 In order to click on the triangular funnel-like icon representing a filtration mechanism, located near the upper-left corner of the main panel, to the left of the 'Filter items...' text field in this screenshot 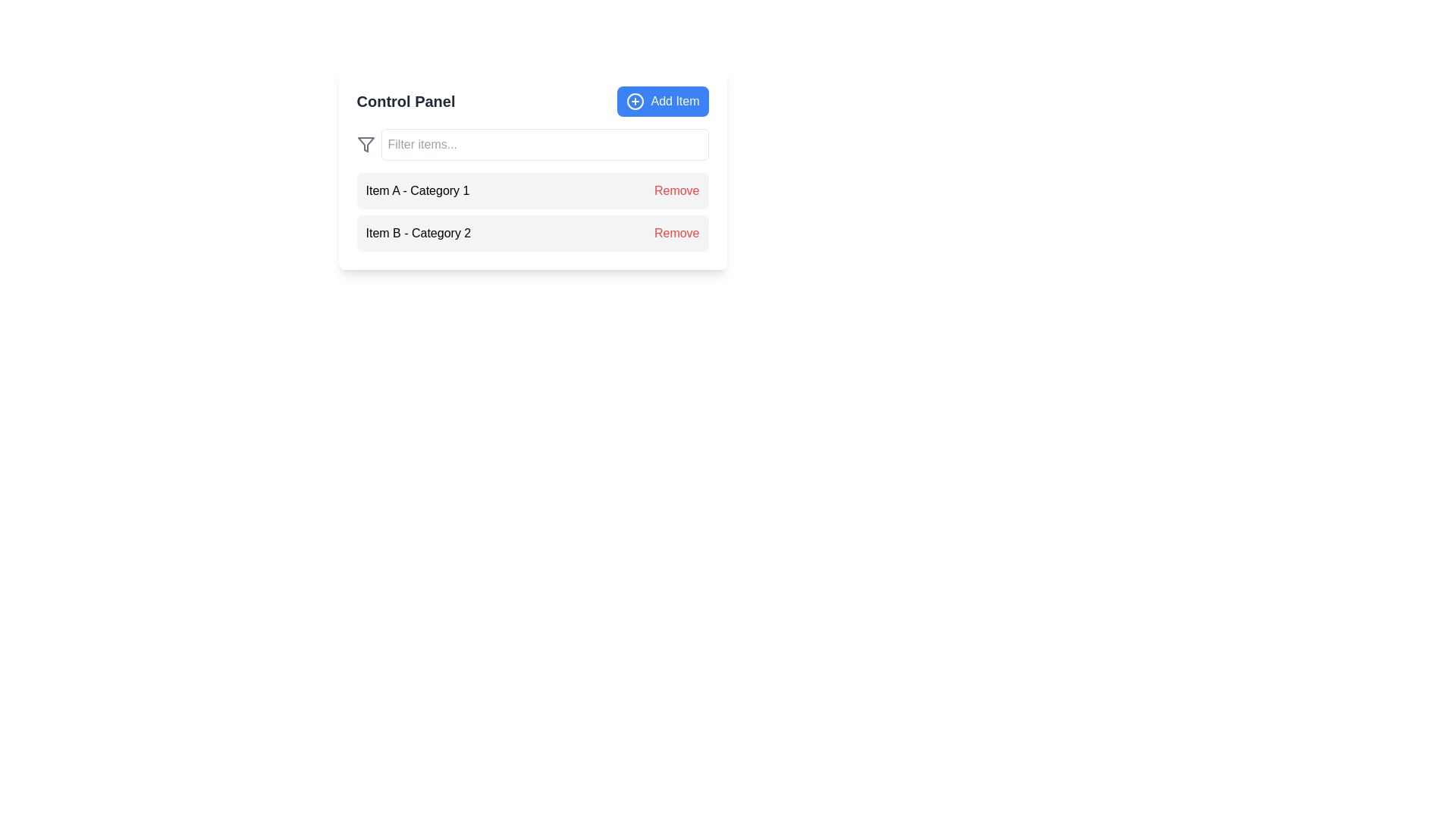, I will do `click(366, 145)`.